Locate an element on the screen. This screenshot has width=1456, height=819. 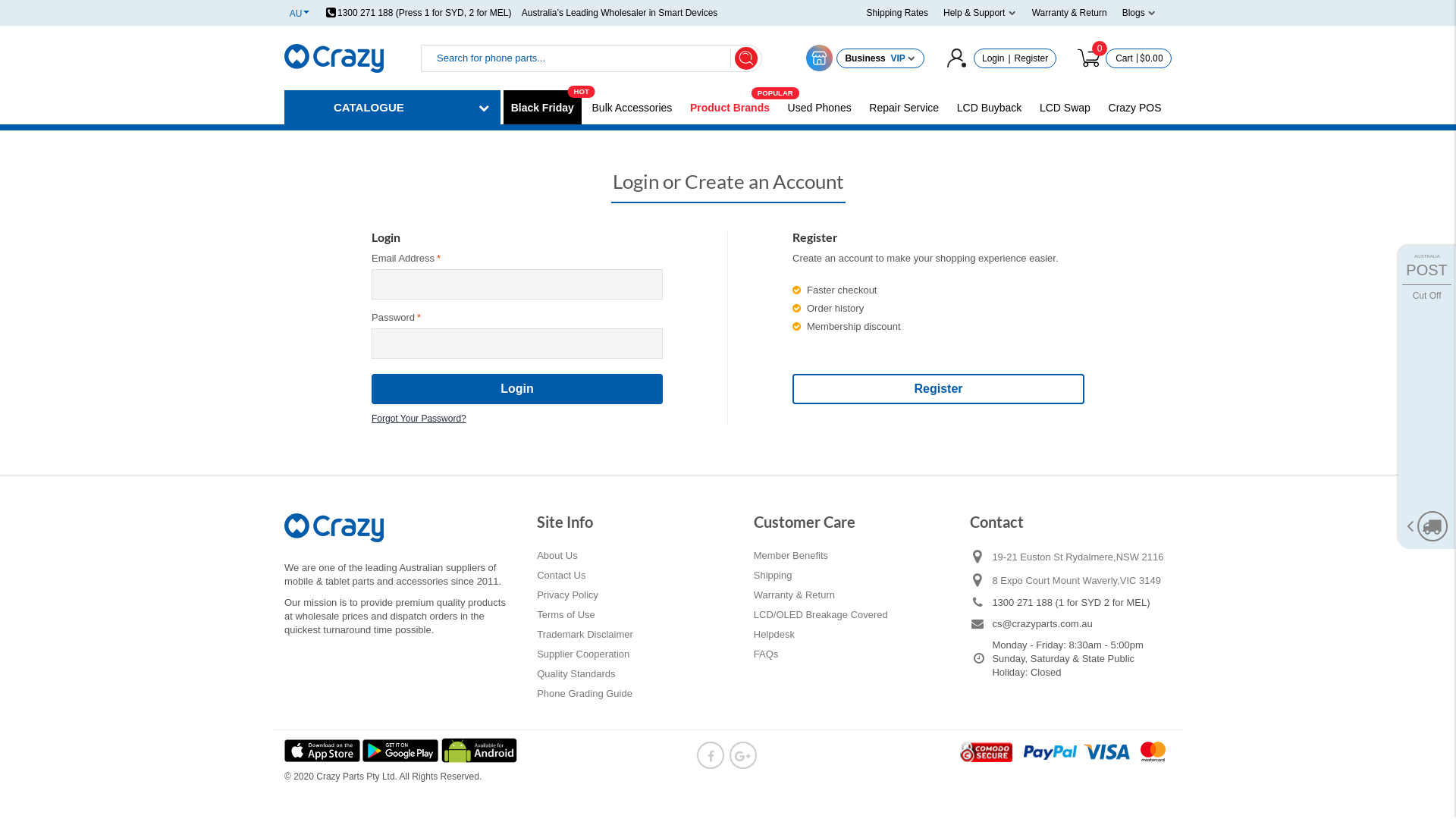
'CATALOGUE' is located at coordinates (392, 106).